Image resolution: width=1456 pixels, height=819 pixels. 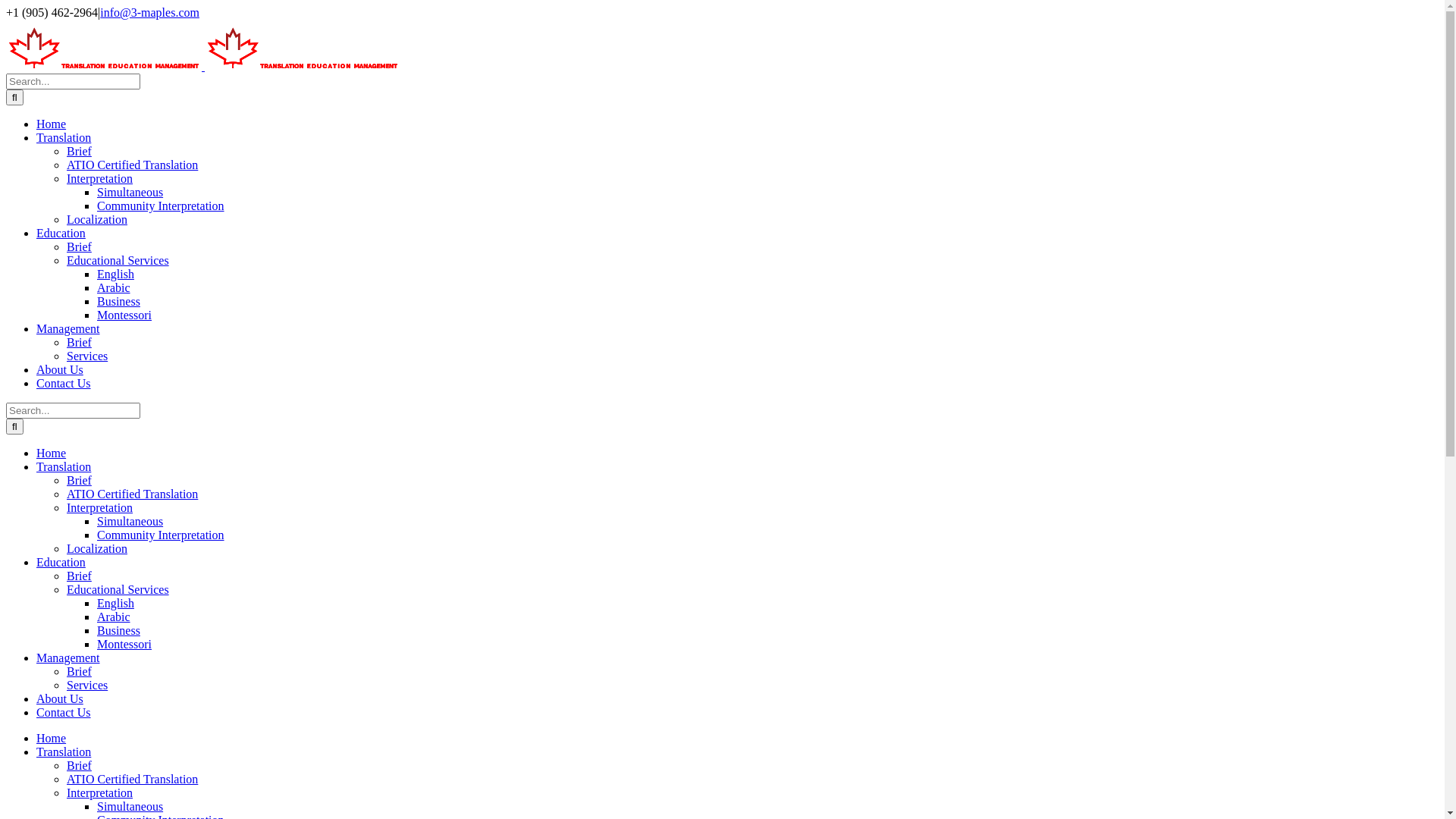 What do you see at coordinates (96, 548) in the screenshot?
I see `'Localization'` at bounding box center [96, 548].